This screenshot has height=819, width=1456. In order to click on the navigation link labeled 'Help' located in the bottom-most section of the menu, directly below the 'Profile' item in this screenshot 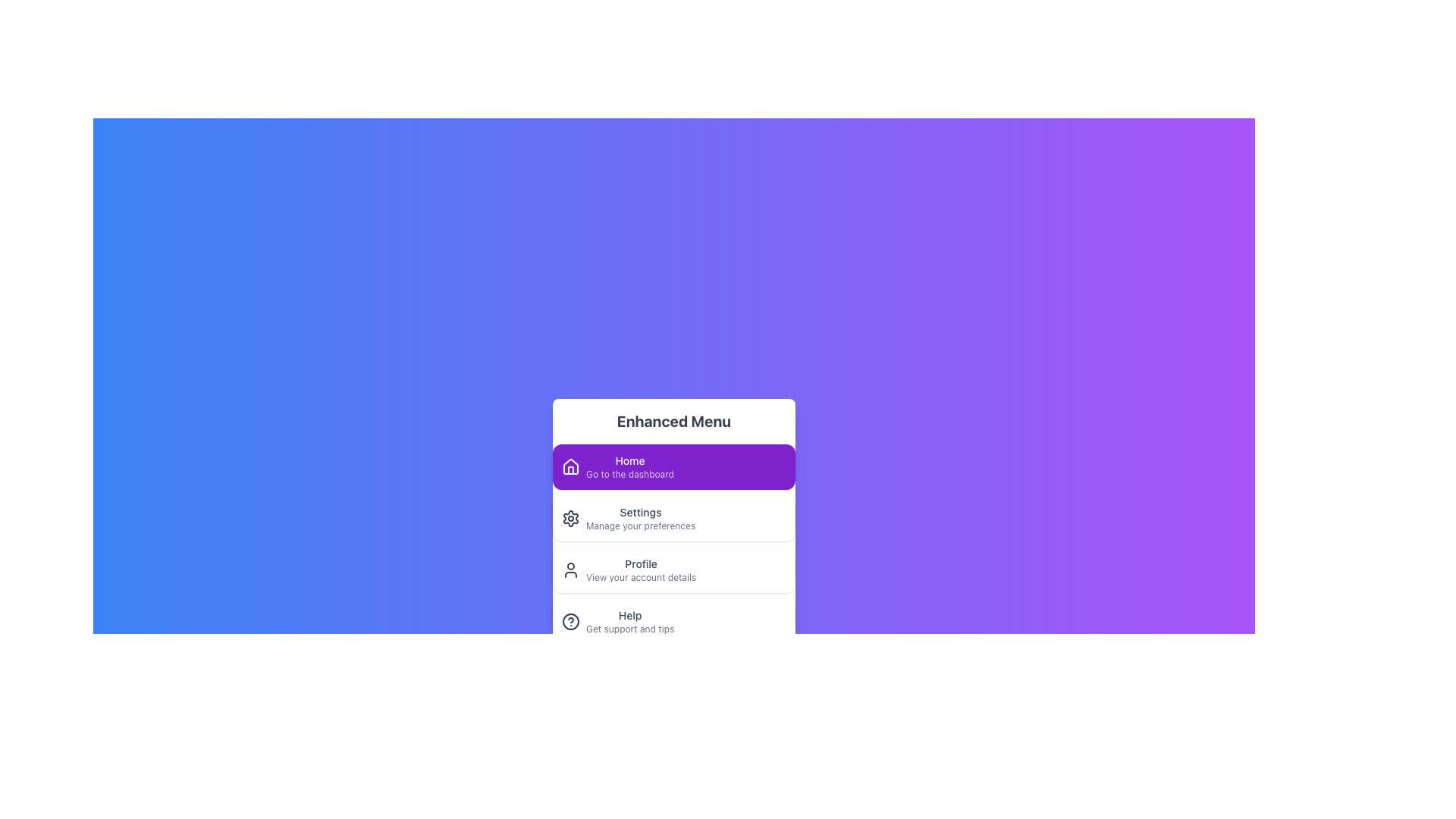, I will do `click(630, 622)`.